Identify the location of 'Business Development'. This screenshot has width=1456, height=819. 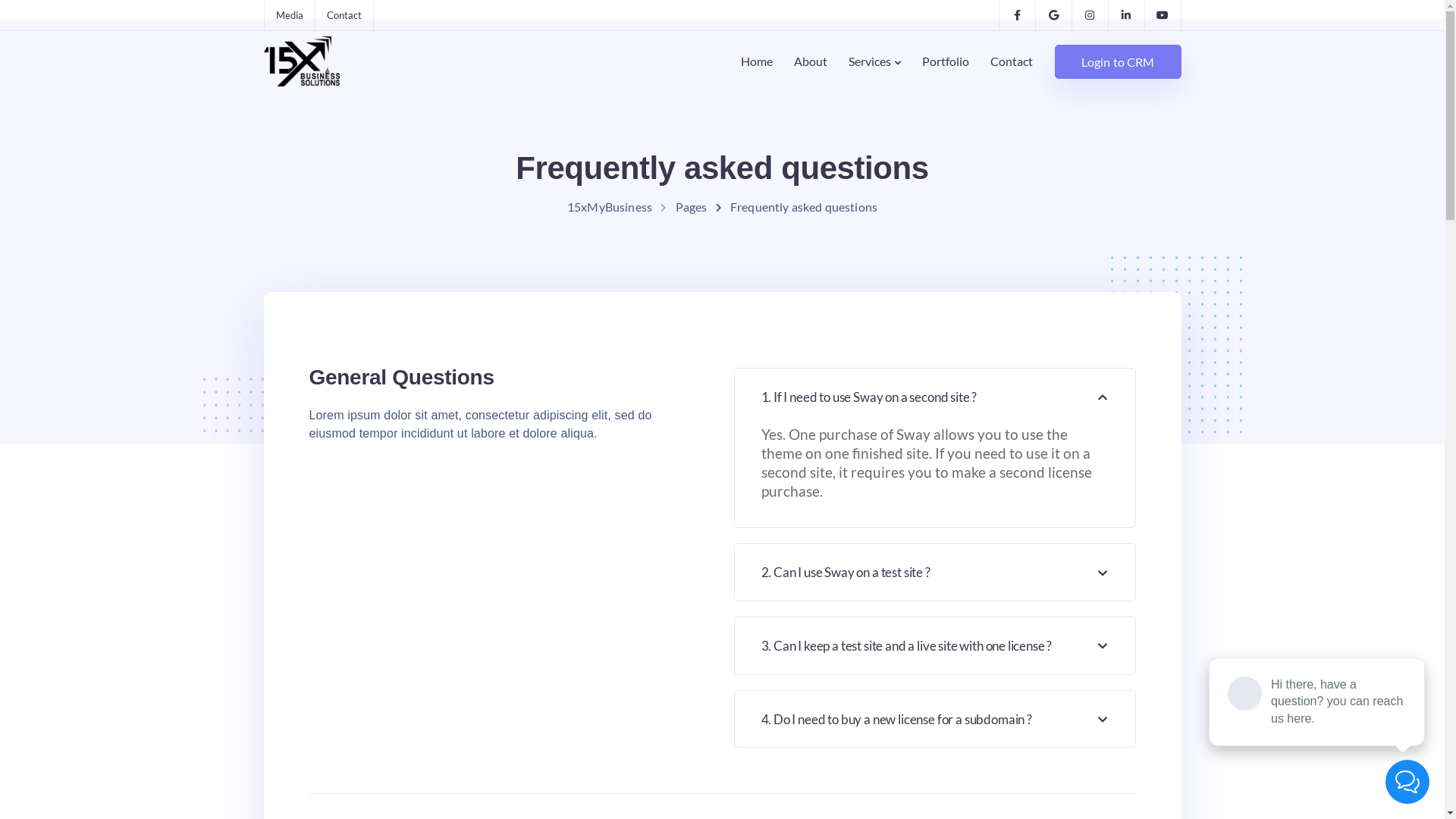
(457, 666).